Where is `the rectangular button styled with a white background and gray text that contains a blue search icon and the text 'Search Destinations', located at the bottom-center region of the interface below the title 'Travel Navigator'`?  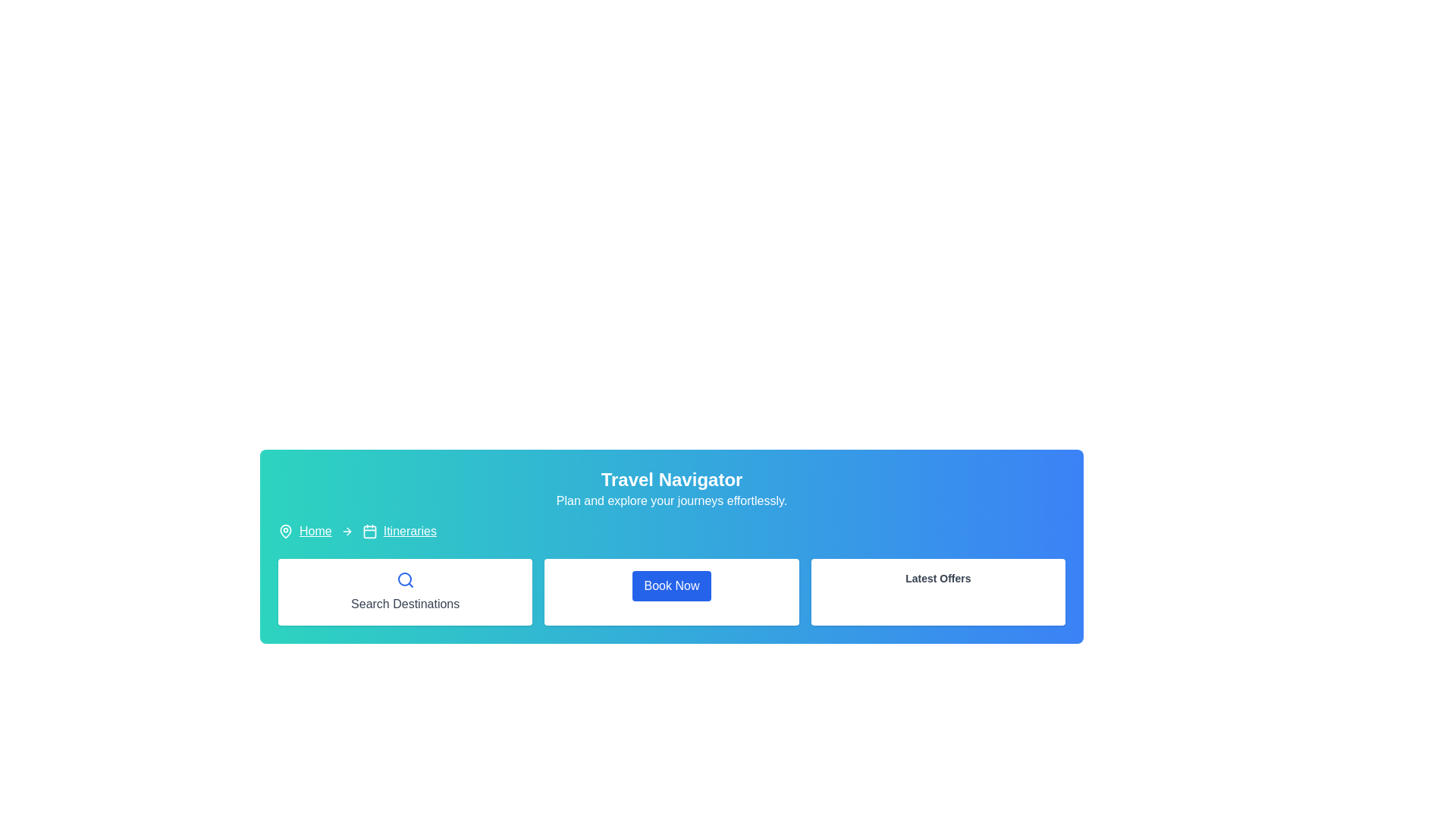
the rectangular button styled with a white background and gray text that contains a blue search icon and the text 'Search Destinations', located at the bottom-center region of the interface below the title 'Travel Navigator' is located at coordinates (405, 591).